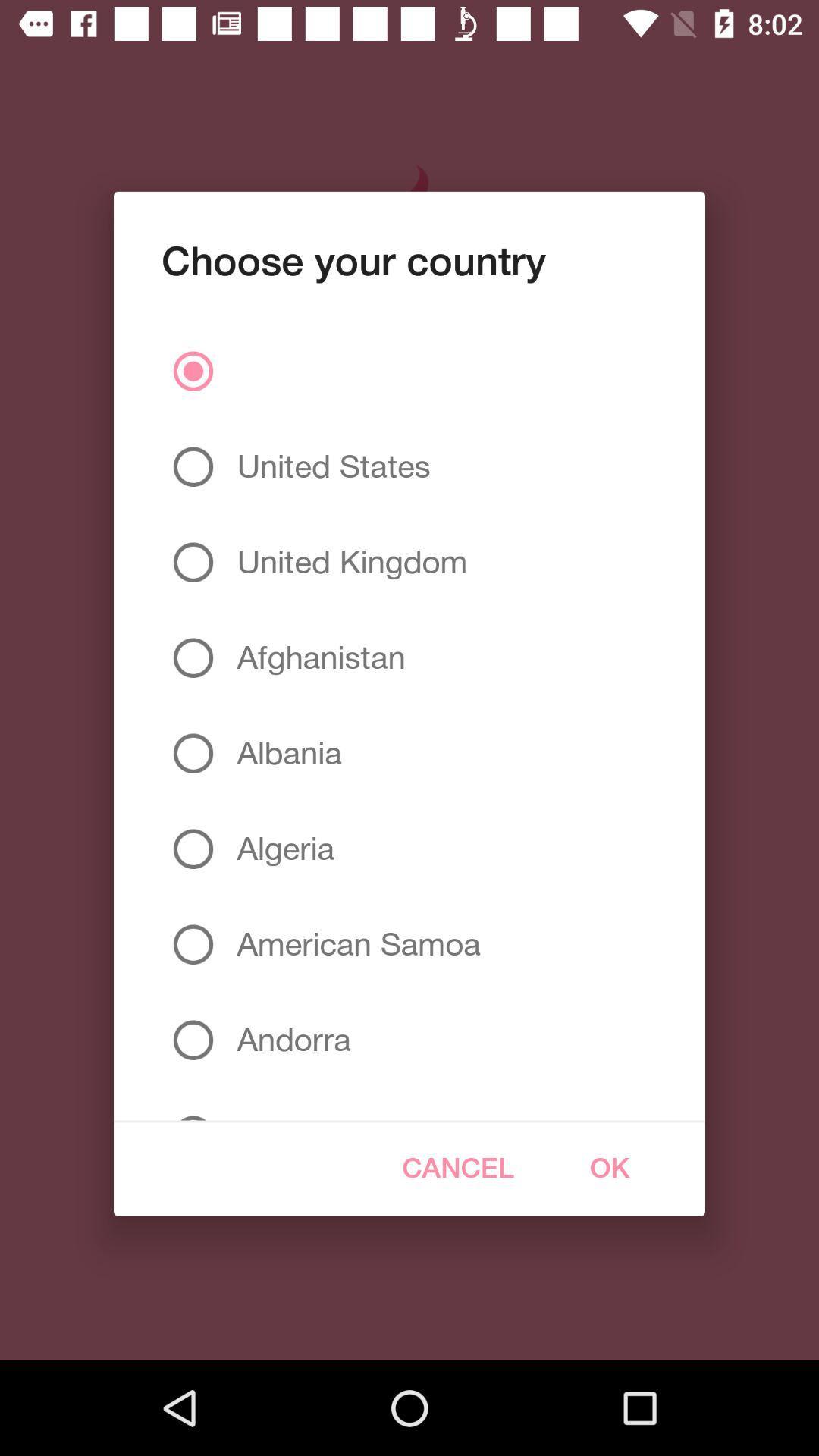 The image size is (819, 1456). I want to click on the algeria item, so click(280, 848).